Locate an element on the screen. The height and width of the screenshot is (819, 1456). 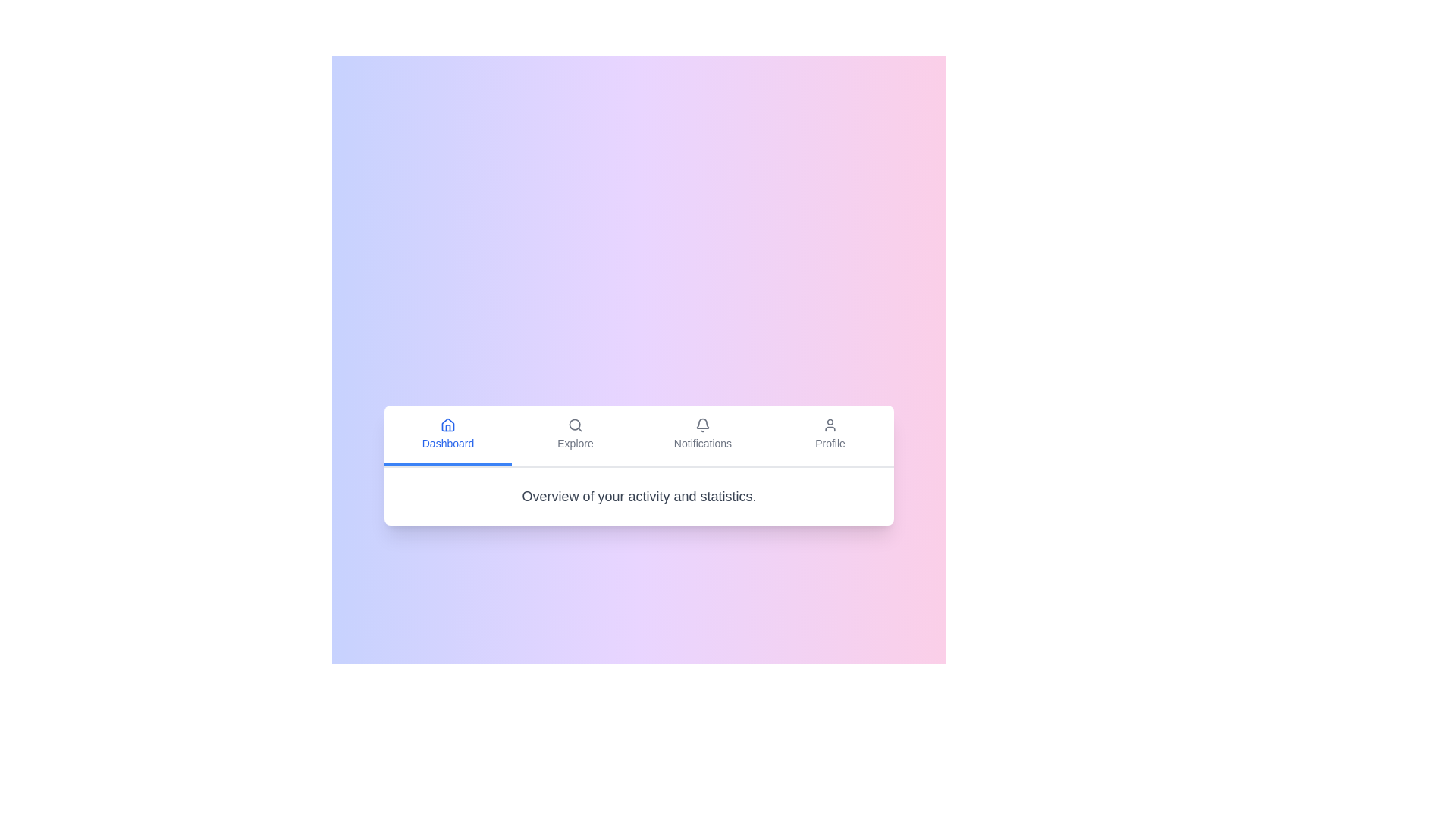
the Notifications tab is located at coordinates (701, 435).